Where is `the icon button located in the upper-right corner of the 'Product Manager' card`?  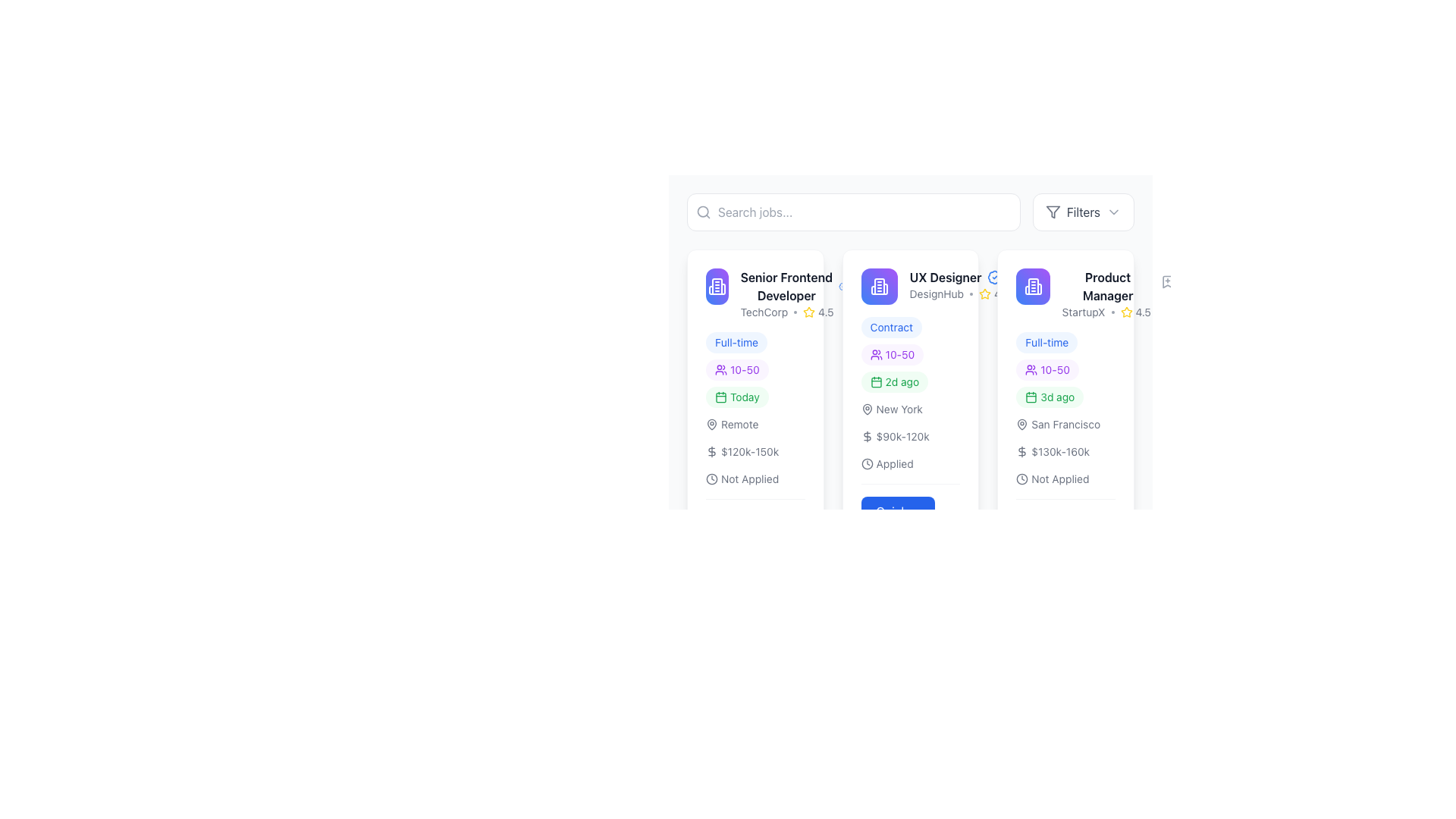
the icon button located in the upper-right corner of the 'Product Manager' card is located at coordinates (1166, 281).